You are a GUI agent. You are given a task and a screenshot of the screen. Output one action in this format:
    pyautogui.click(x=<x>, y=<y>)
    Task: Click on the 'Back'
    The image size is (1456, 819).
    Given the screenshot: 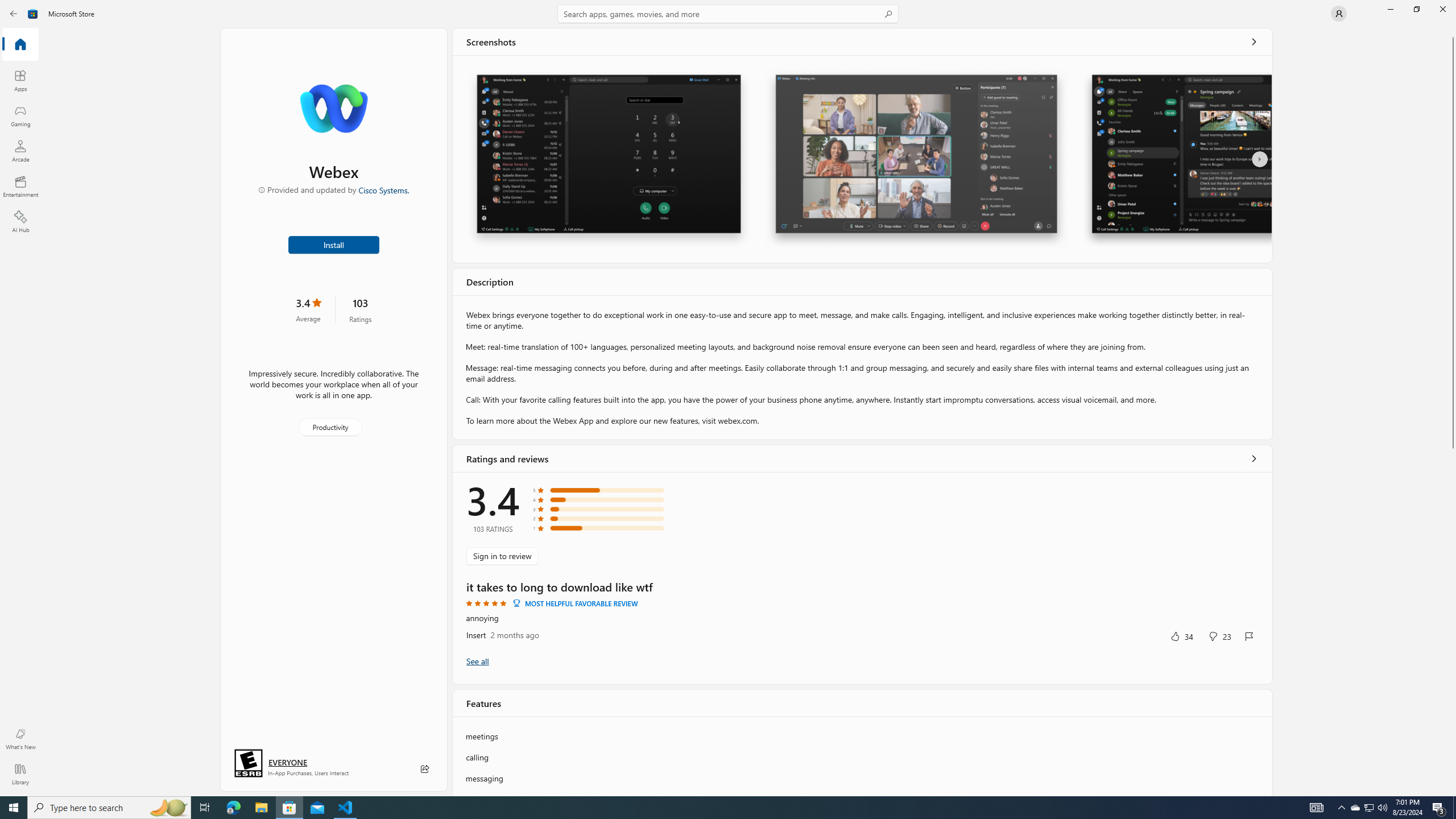 What is the action you would take?
    pyautogui.click(x=14, y=13)
    